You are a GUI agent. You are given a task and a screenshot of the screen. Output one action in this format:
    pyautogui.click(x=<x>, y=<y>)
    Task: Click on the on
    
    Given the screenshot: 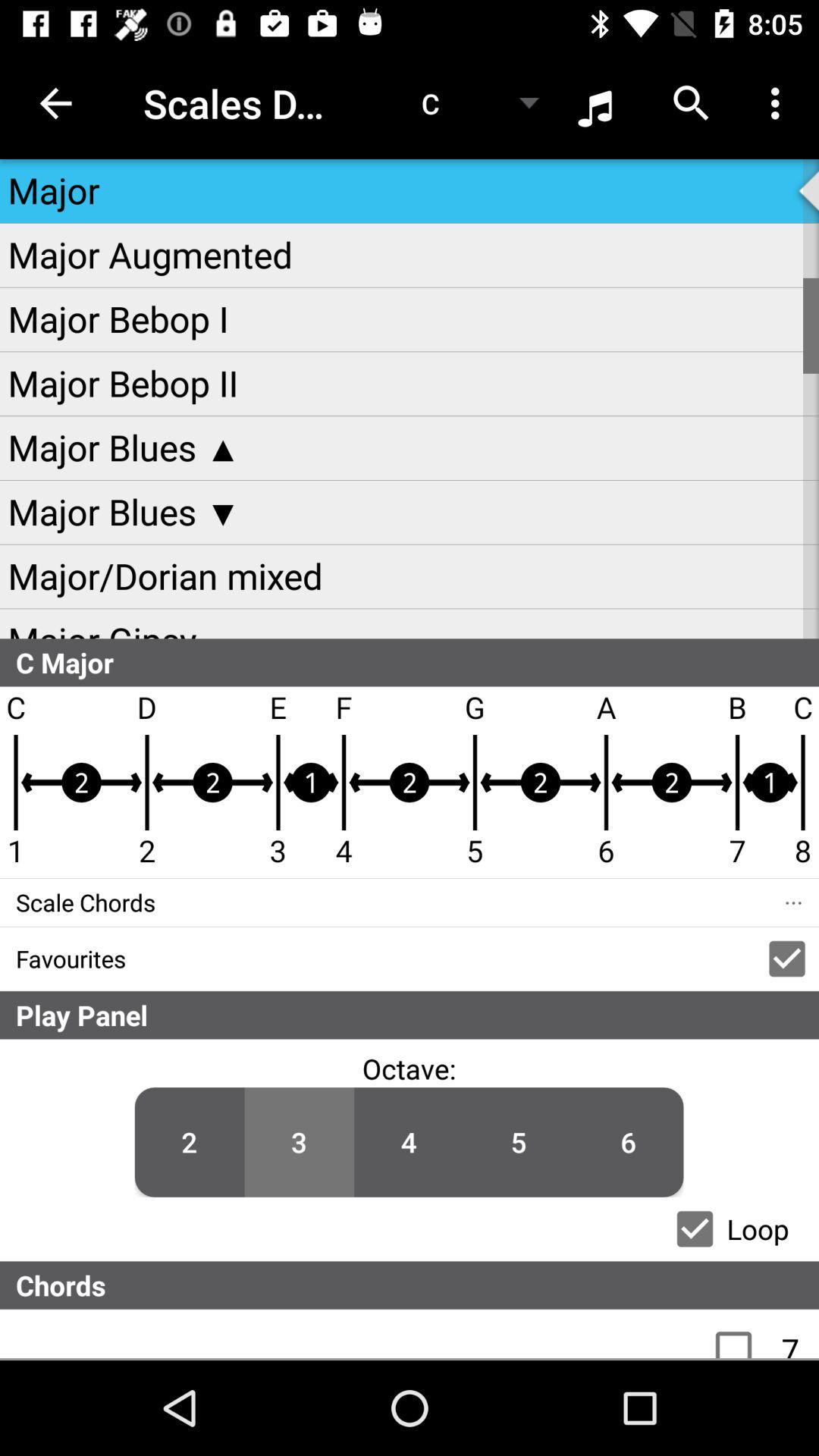 What is the action you would take?
    pyautogui.click(x=741, y=1333)
    